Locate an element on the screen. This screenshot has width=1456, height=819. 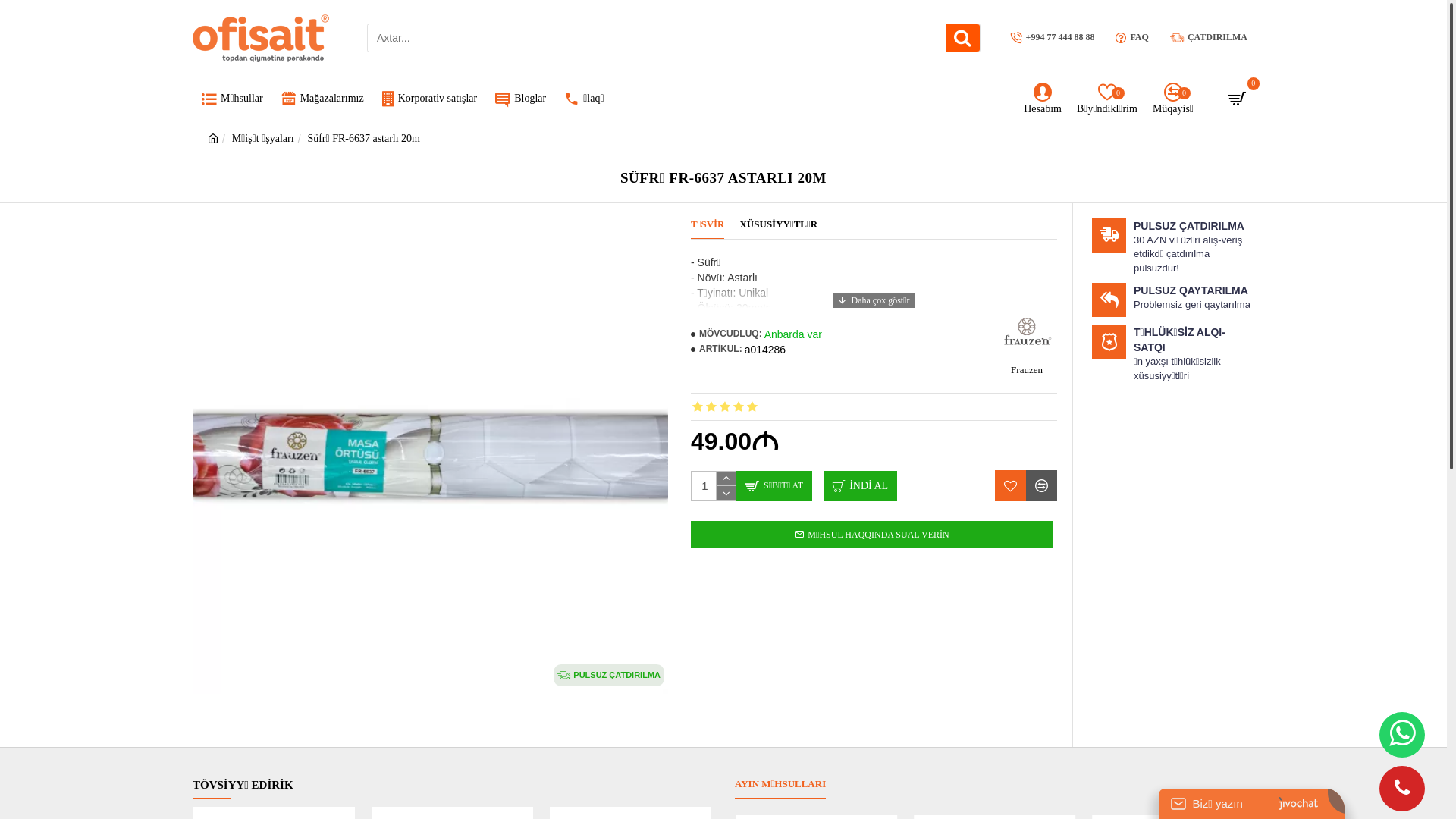
'Bloglar' is located at coordinates (520, 99).